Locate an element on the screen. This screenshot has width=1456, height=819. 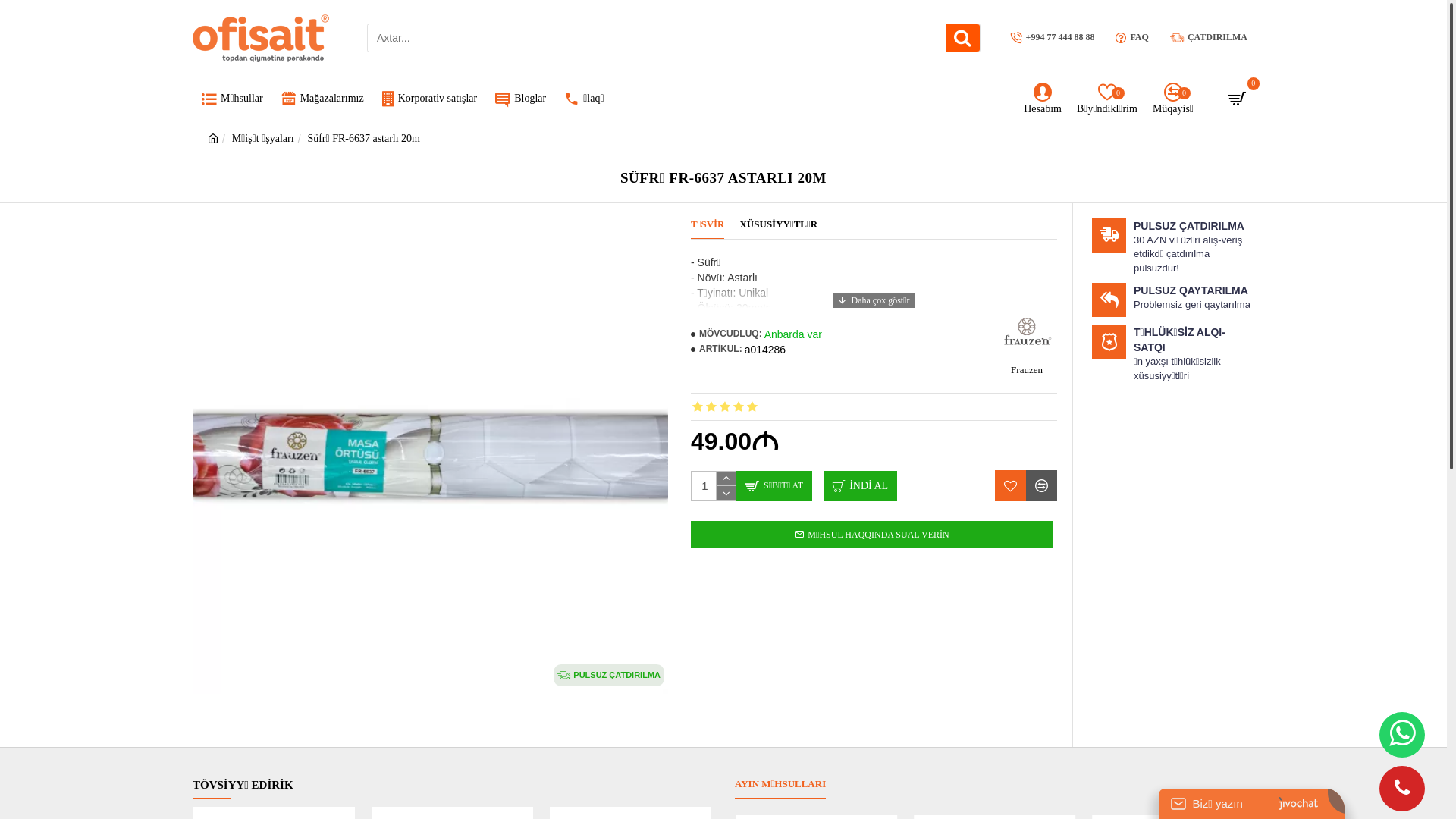
'Bloglar' is located at coordinates (520, 99).